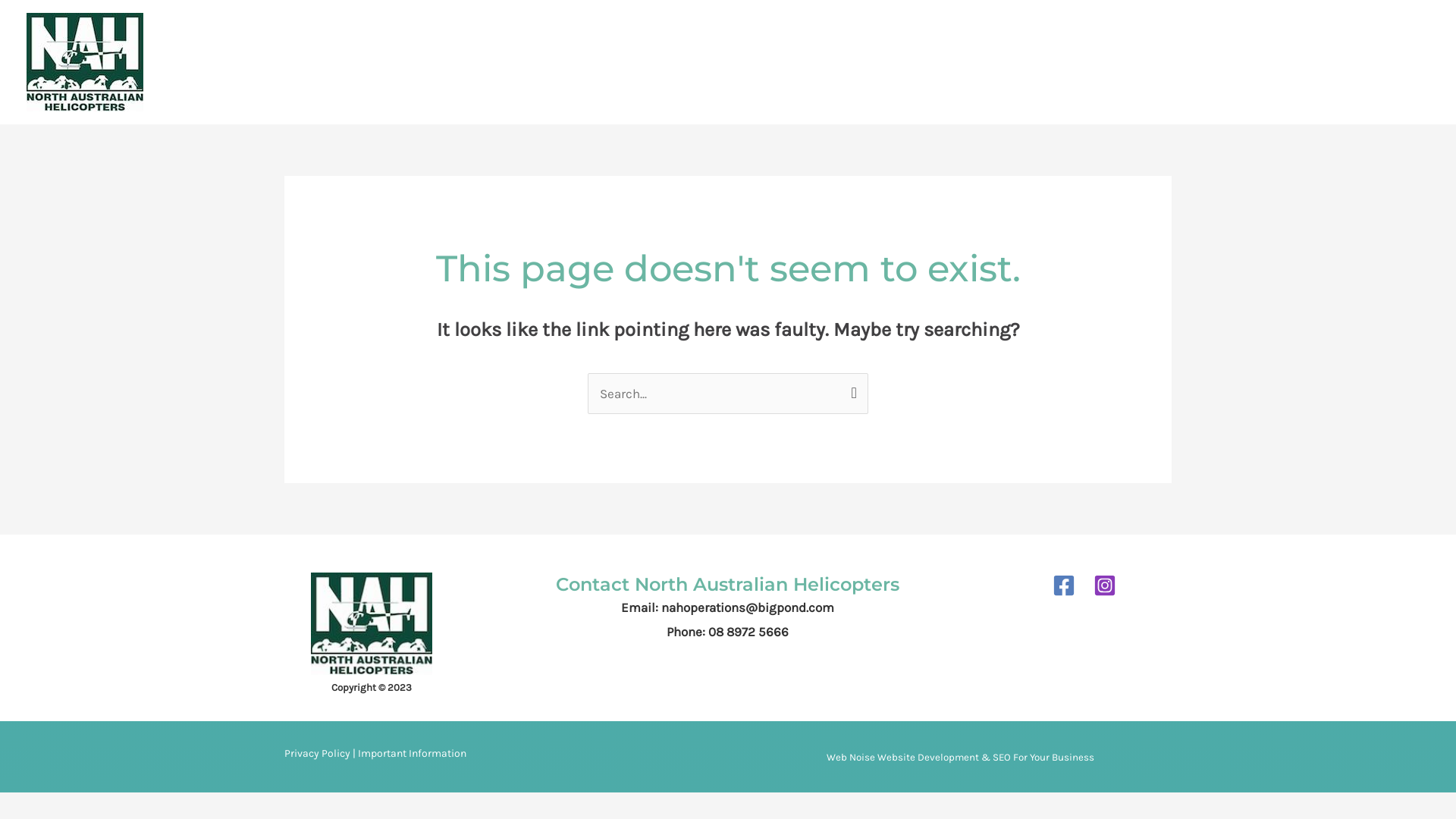  What do you see at coordinates (1256, 61) in the screenshot?
I see `'Contact'` at bounding box center [1256, 61].